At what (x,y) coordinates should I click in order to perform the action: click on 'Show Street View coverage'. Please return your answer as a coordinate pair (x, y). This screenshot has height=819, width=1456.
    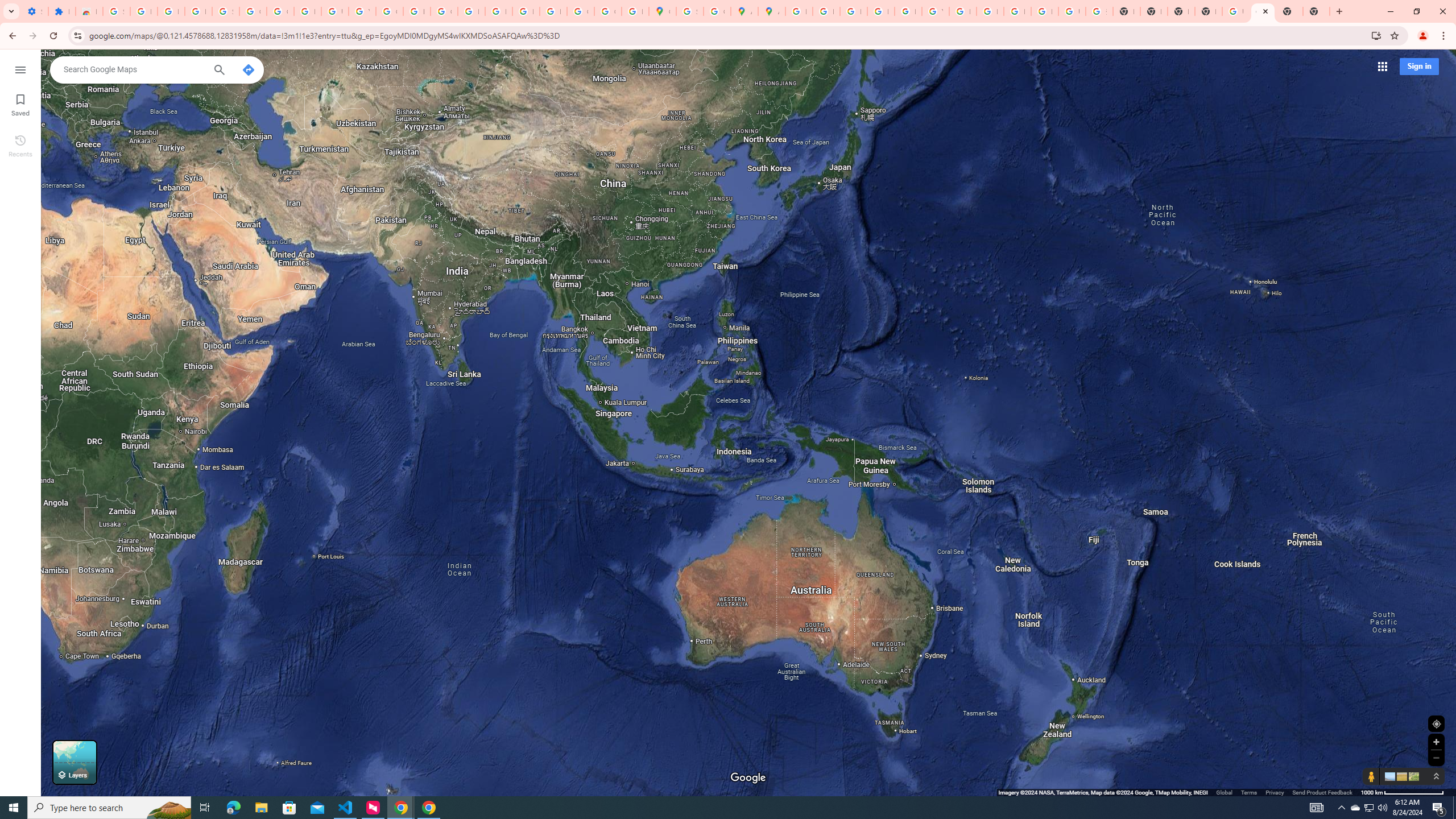
    Looking at the image, I should click on (1371, 776).